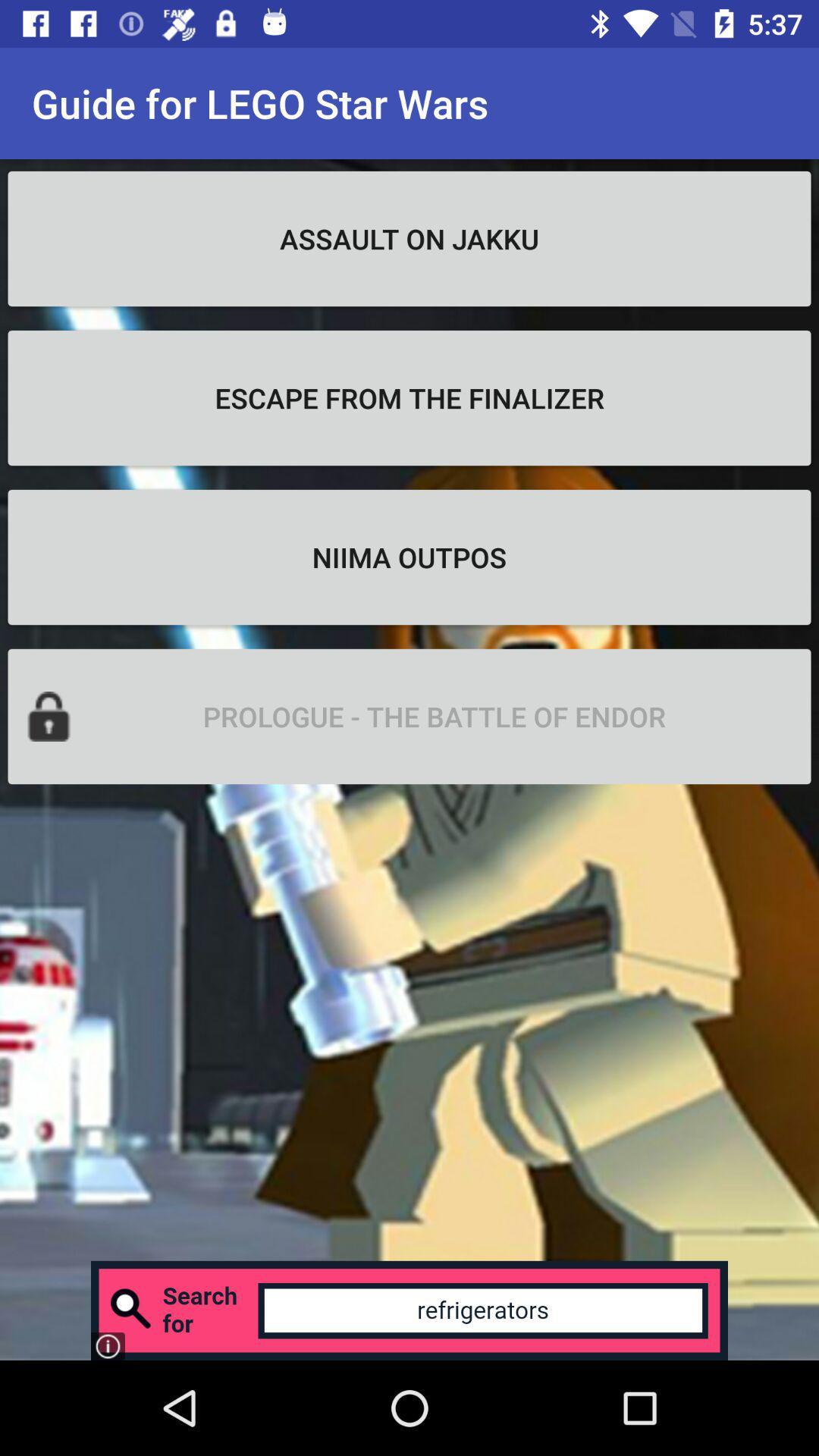 The image size is (819, 1456). I want to click on adsto watch, so click(409, 1310).